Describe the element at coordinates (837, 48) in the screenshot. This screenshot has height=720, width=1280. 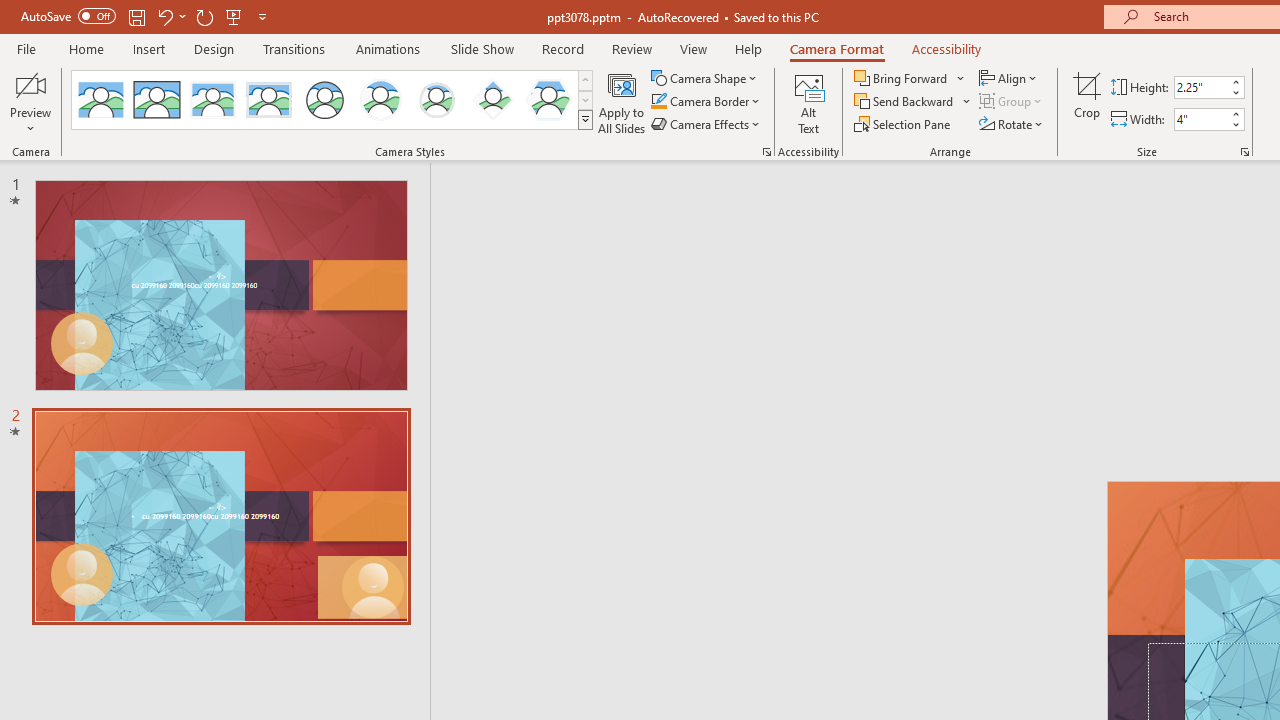
I see `'Camera Format'` at that location.